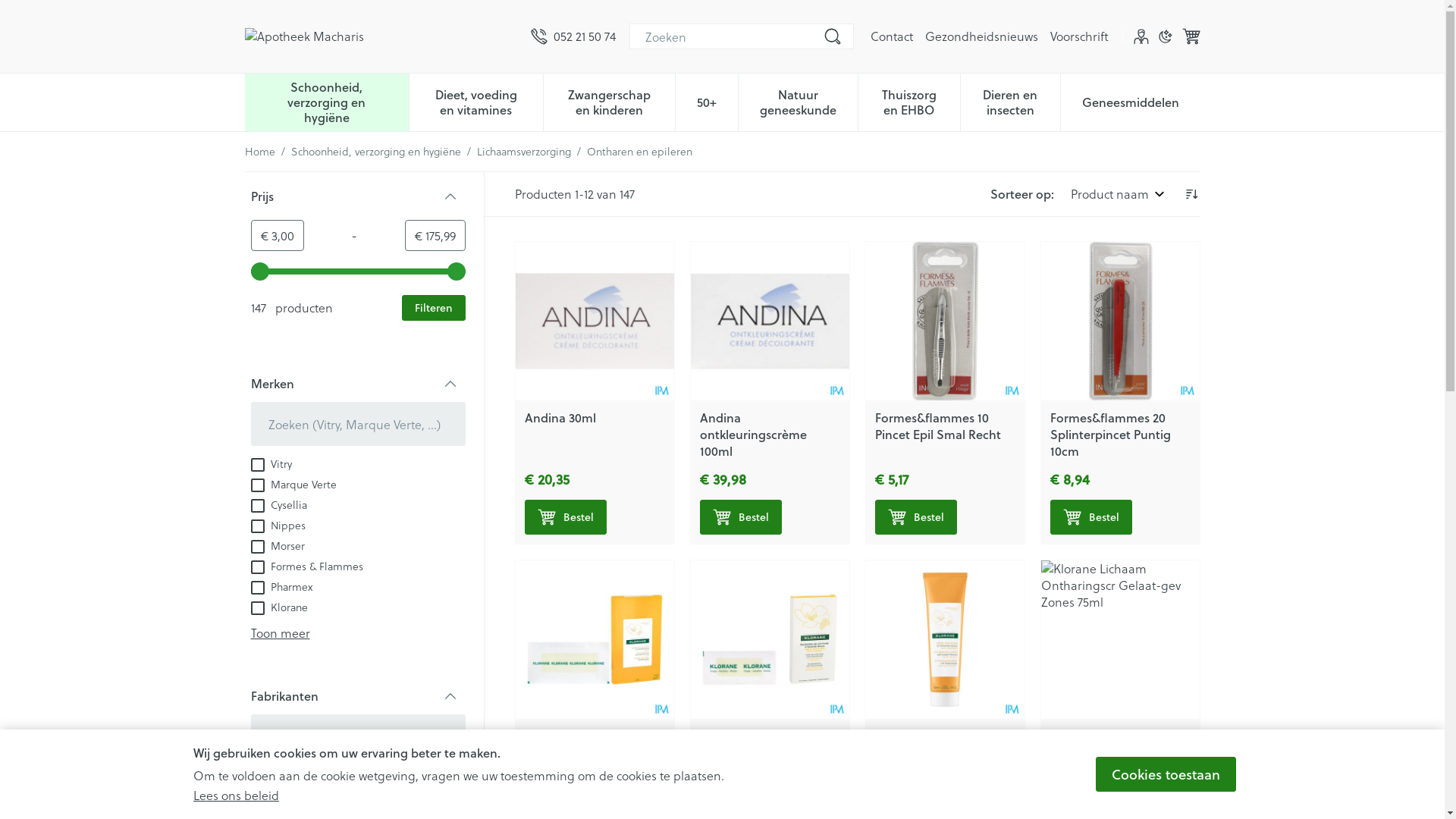 Image resolution: width=1456 pixels, height=819 pixels. What do you see at coordinates (1048, 35) in the screenshot?
I see `'Voorschrift'` at bounding box center [1048, 35].